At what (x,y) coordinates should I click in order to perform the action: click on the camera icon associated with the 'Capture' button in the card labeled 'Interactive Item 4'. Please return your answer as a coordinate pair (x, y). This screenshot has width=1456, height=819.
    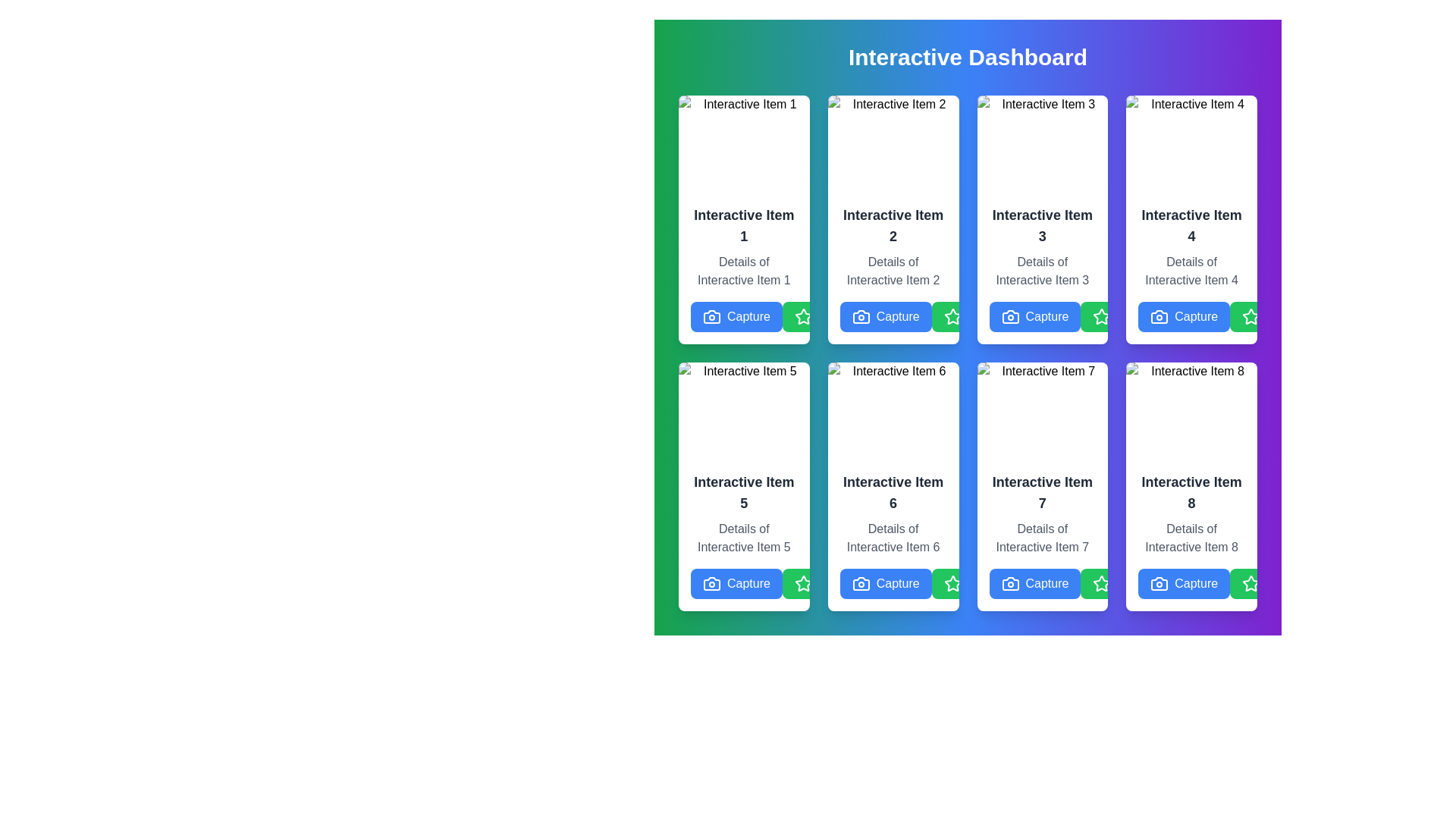
    Looking at the image, I should click on (1159, 315).